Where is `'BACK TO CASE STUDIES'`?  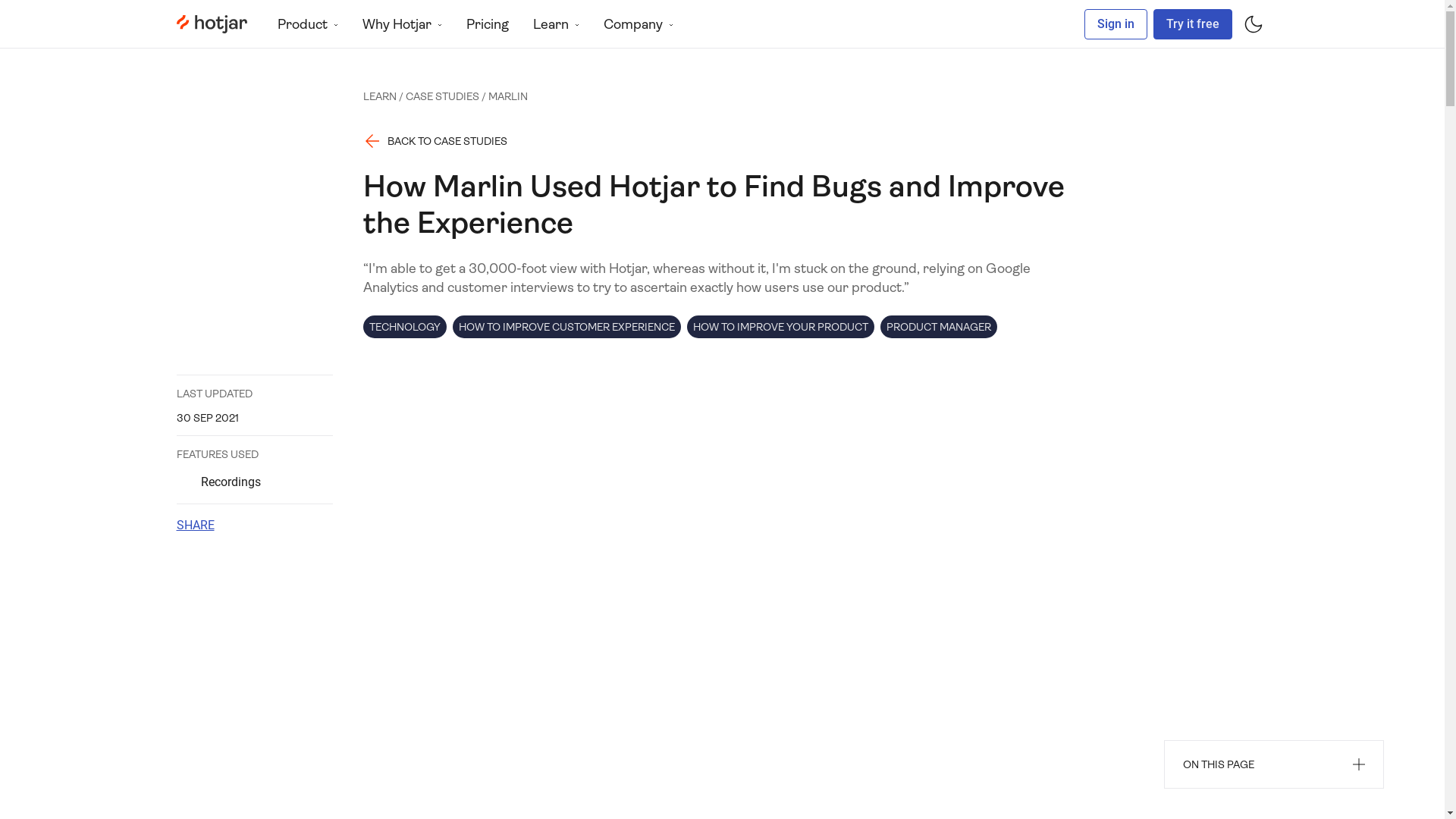
'BACK TO CASE STUDIES' is located at coordinates (435, 140).